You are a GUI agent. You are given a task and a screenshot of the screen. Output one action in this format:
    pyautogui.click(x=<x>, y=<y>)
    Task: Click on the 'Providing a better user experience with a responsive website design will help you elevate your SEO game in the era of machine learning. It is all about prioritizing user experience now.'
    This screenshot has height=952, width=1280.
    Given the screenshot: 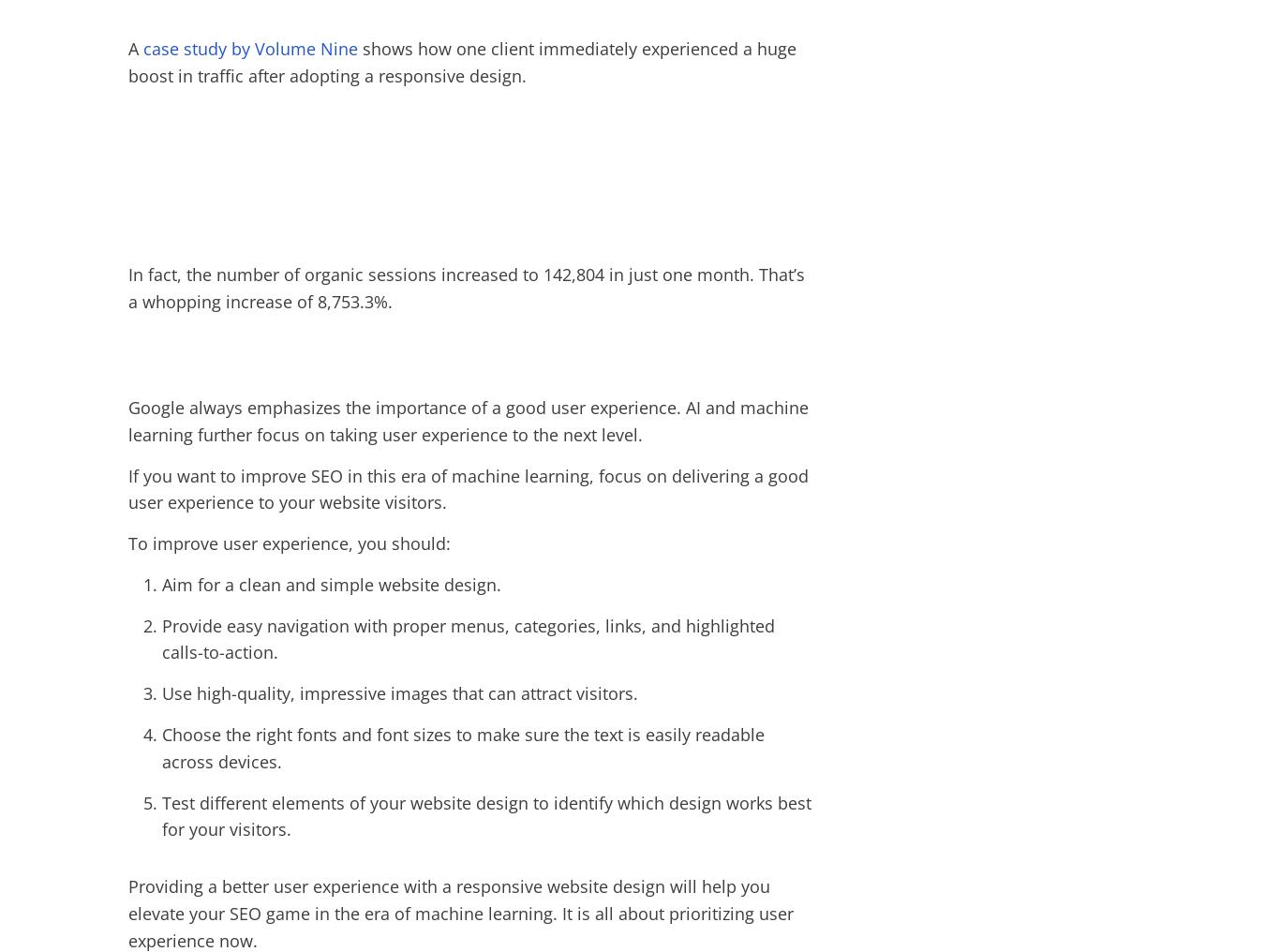 What is the action you would take?
    pyautogui.click(x=127, y=913)
    